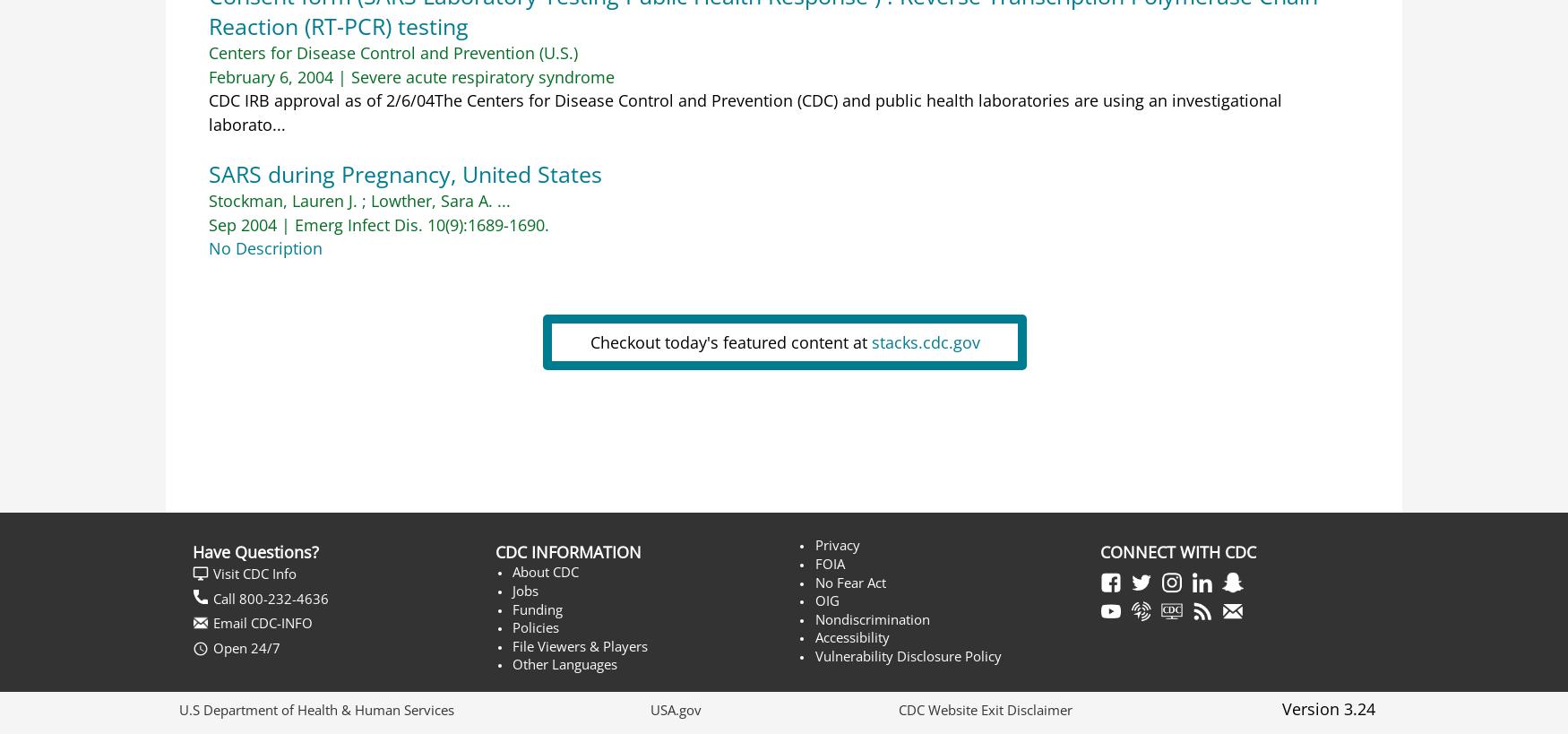 The height and width of the screenshot is (734, 1568). I want to click on 'No Fear Act', so click(813, 581).